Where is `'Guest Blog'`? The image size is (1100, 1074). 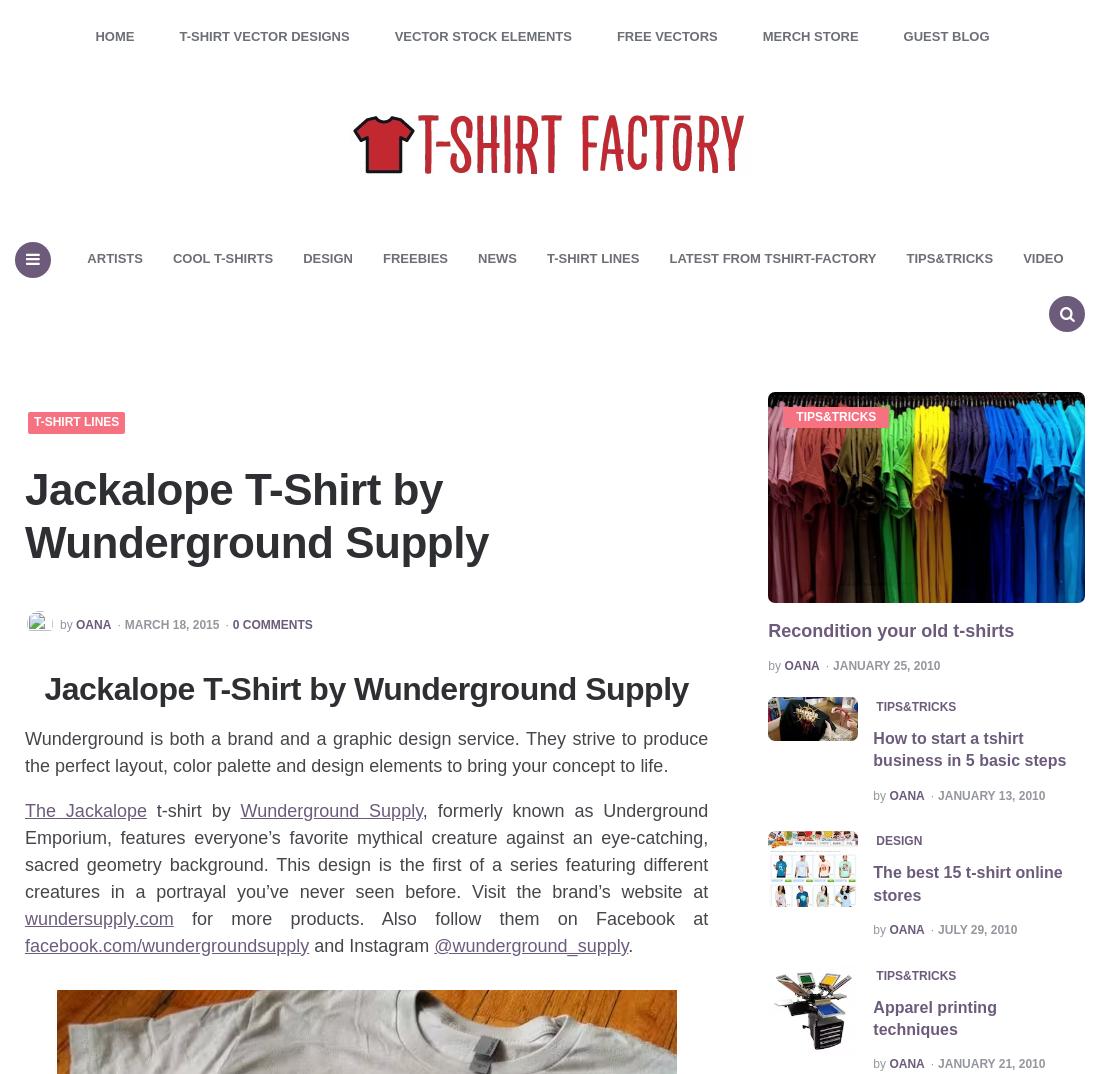
'Guest Blog' is located at coordinates (946, 35).